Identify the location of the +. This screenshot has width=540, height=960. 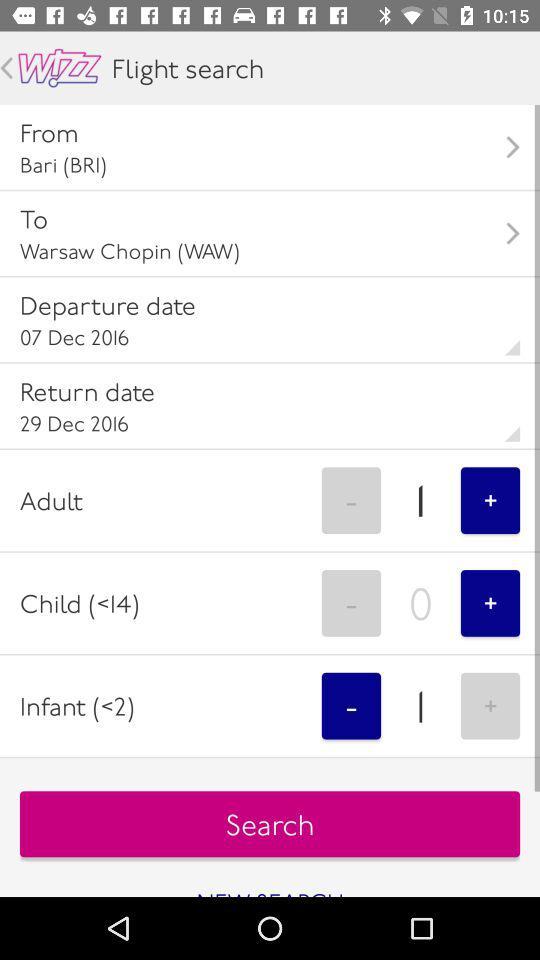
(489, 499).